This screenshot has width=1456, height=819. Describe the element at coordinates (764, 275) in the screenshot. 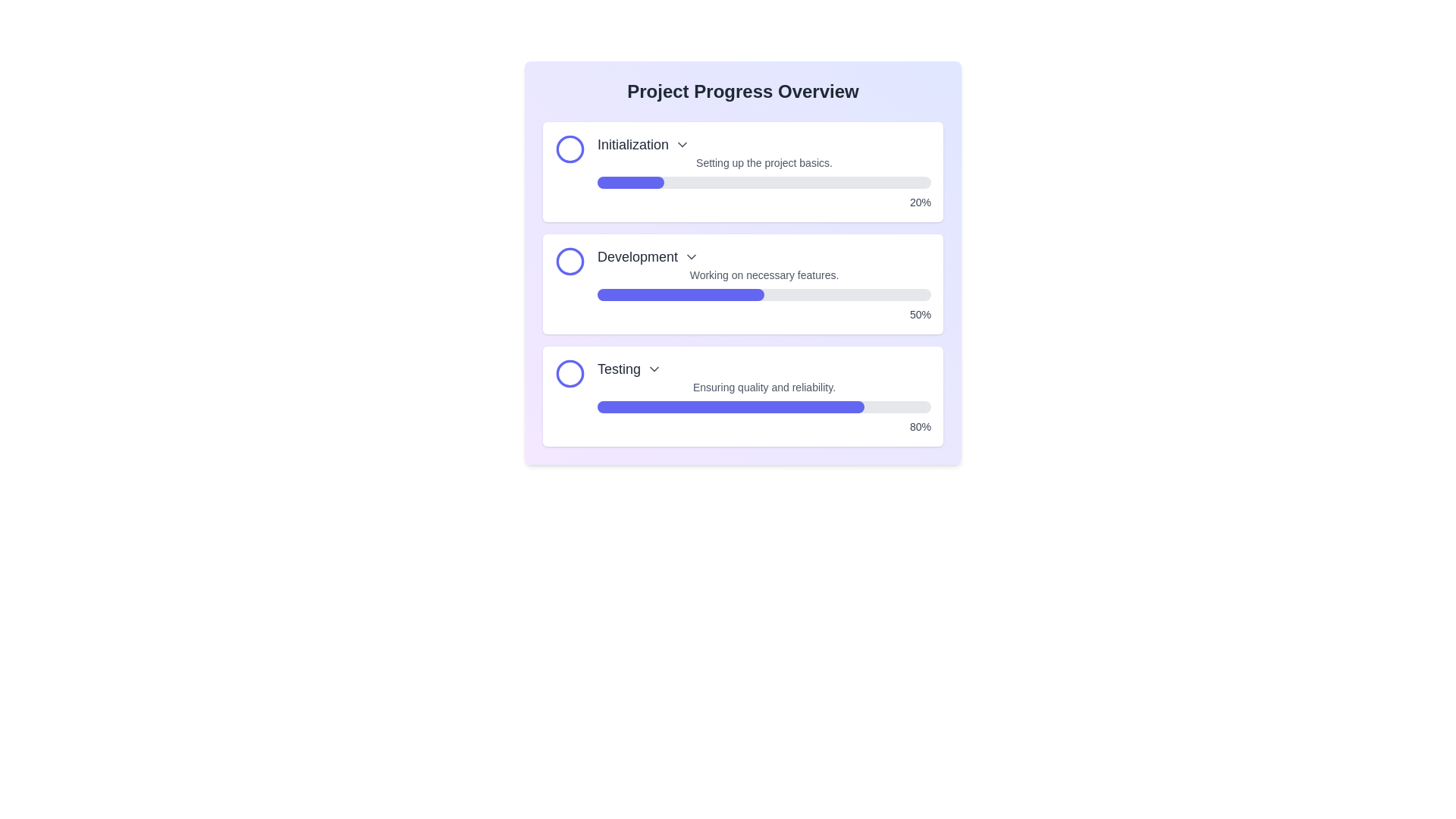

I see `the text label reading 'Working on necessary features.' located below the bold title 'Development'` at that location.